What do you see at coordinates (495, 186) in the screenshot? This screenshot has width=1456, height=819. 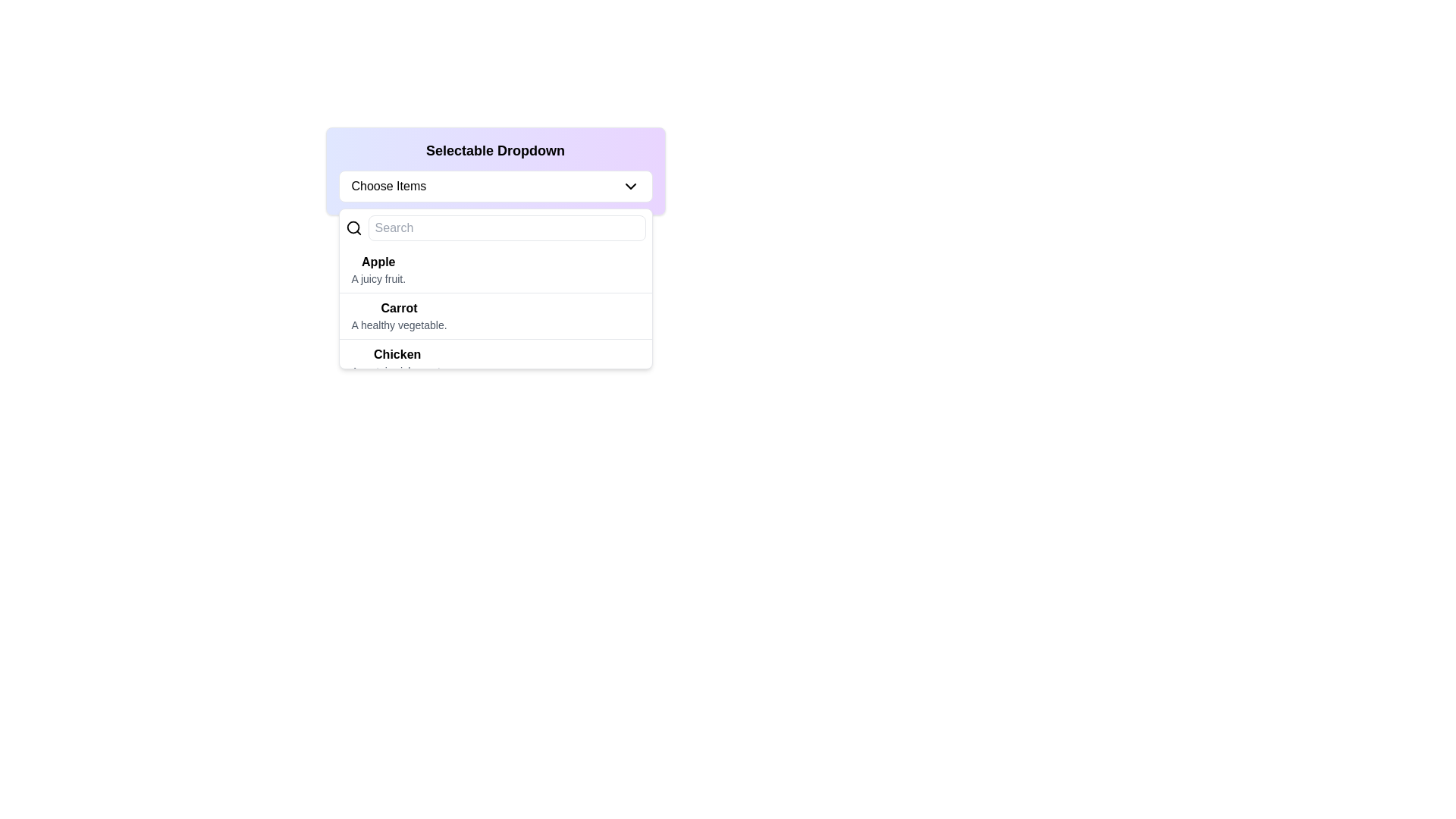 I see `the 'Choose Items' dropdown menu` at bounding box center [495, 186].